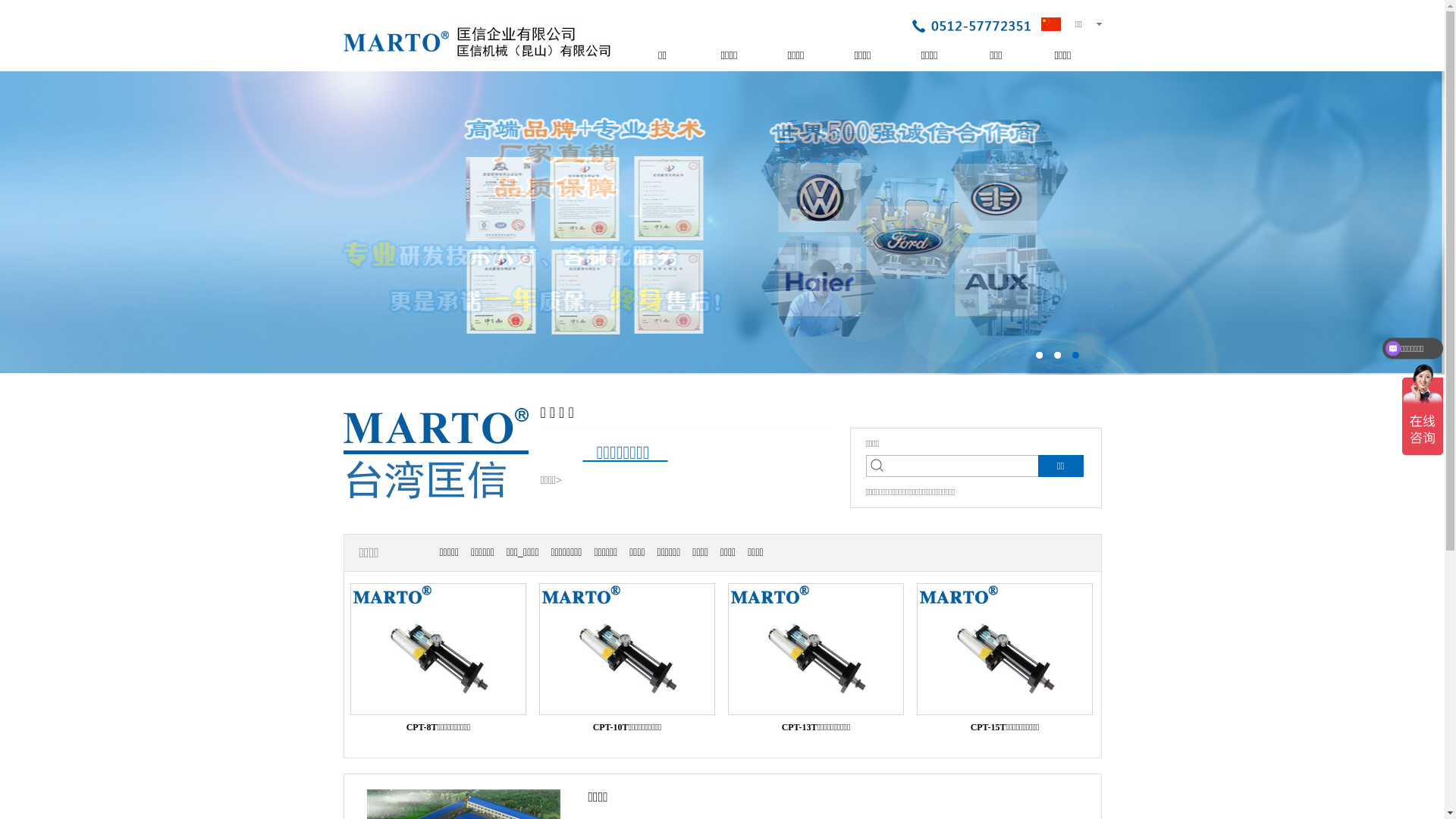 The image size is (1456, 819). Describe the element at coordinates (1038, 355) in the screenshot. I see `'1'` at that location.